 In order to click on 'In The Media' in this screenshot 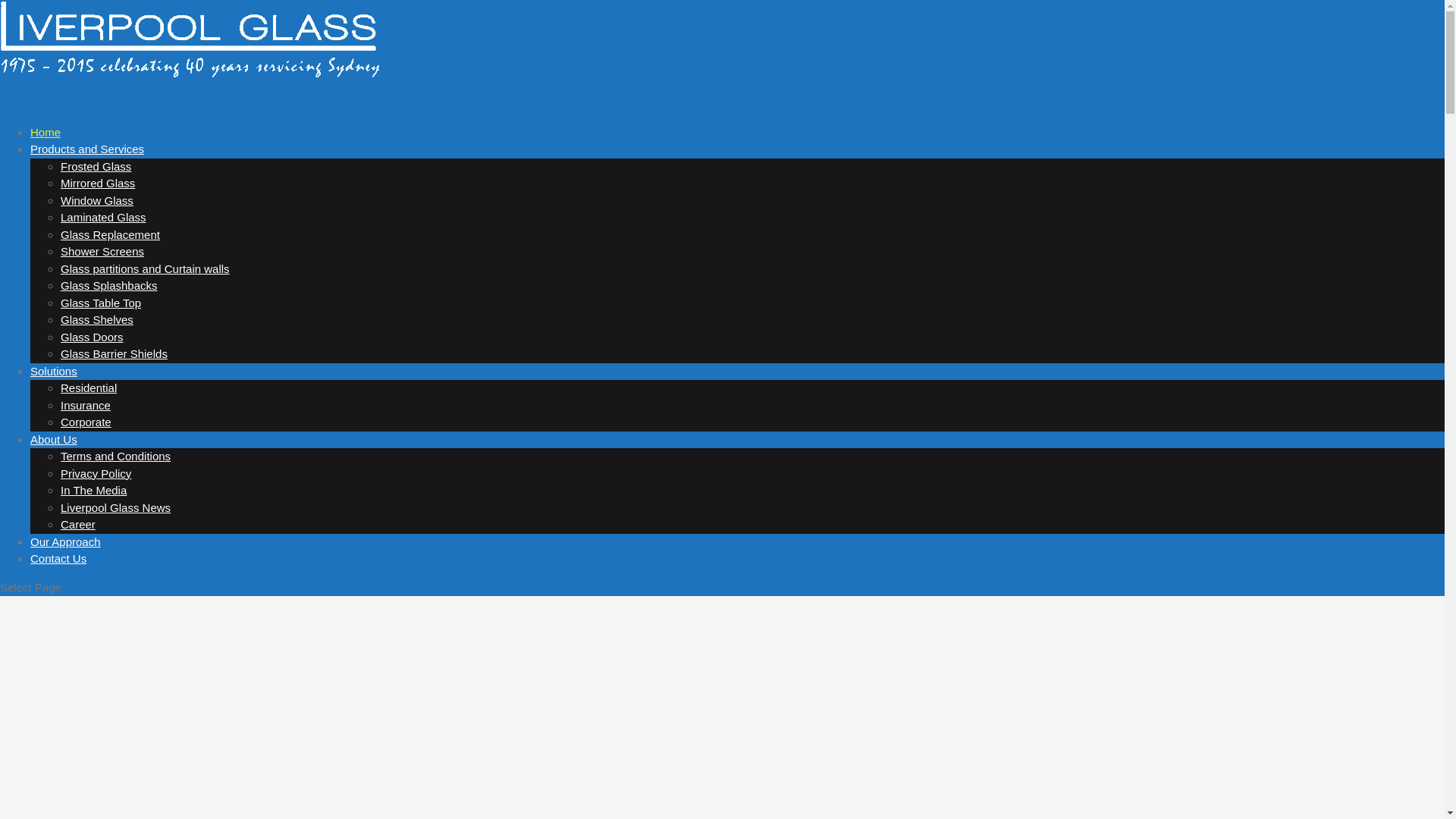, I will do `click(93, 490)`.